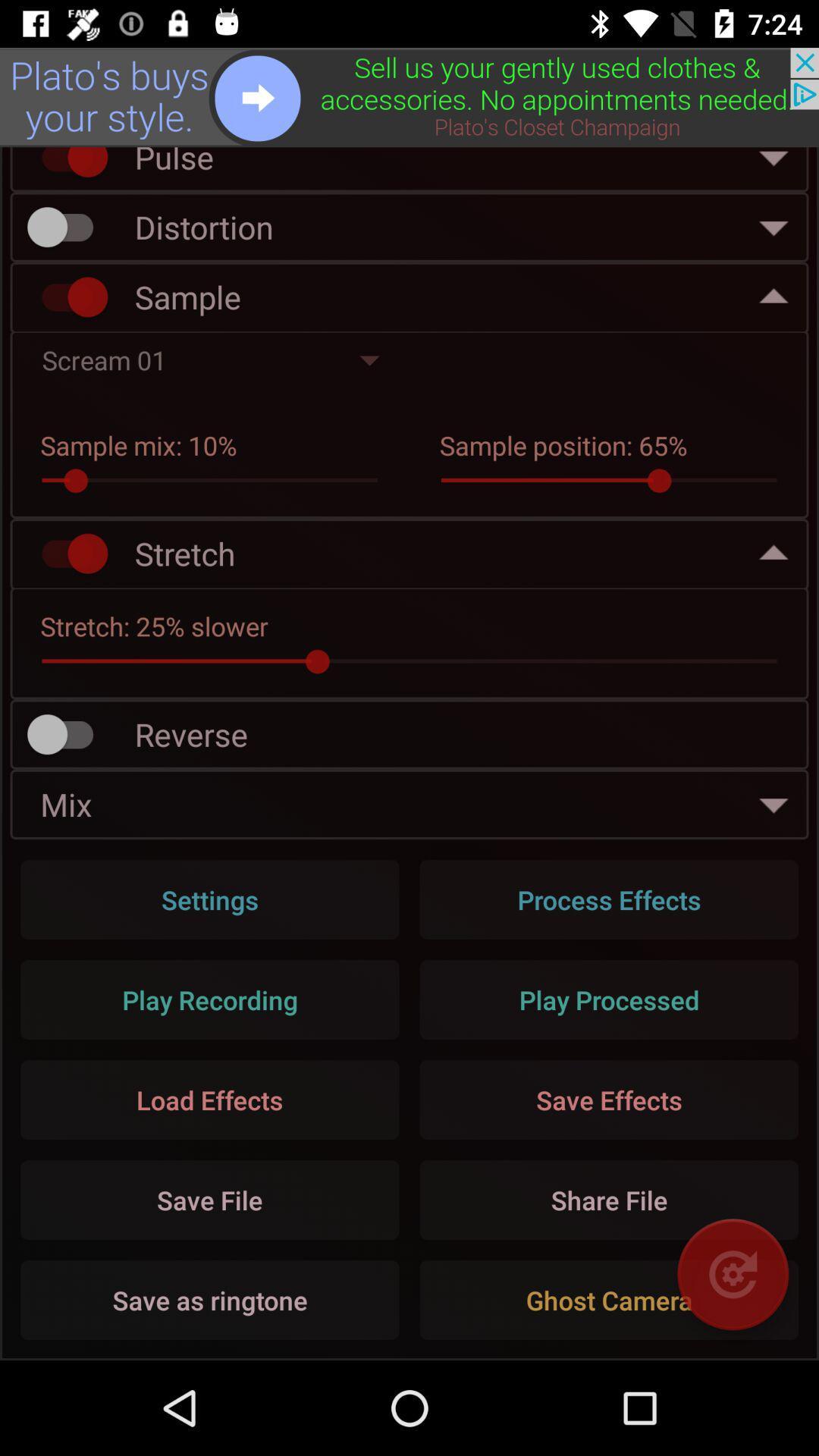  Describe the element at coordinates (67, 297) in the screenshot. I see `sample` at that location.